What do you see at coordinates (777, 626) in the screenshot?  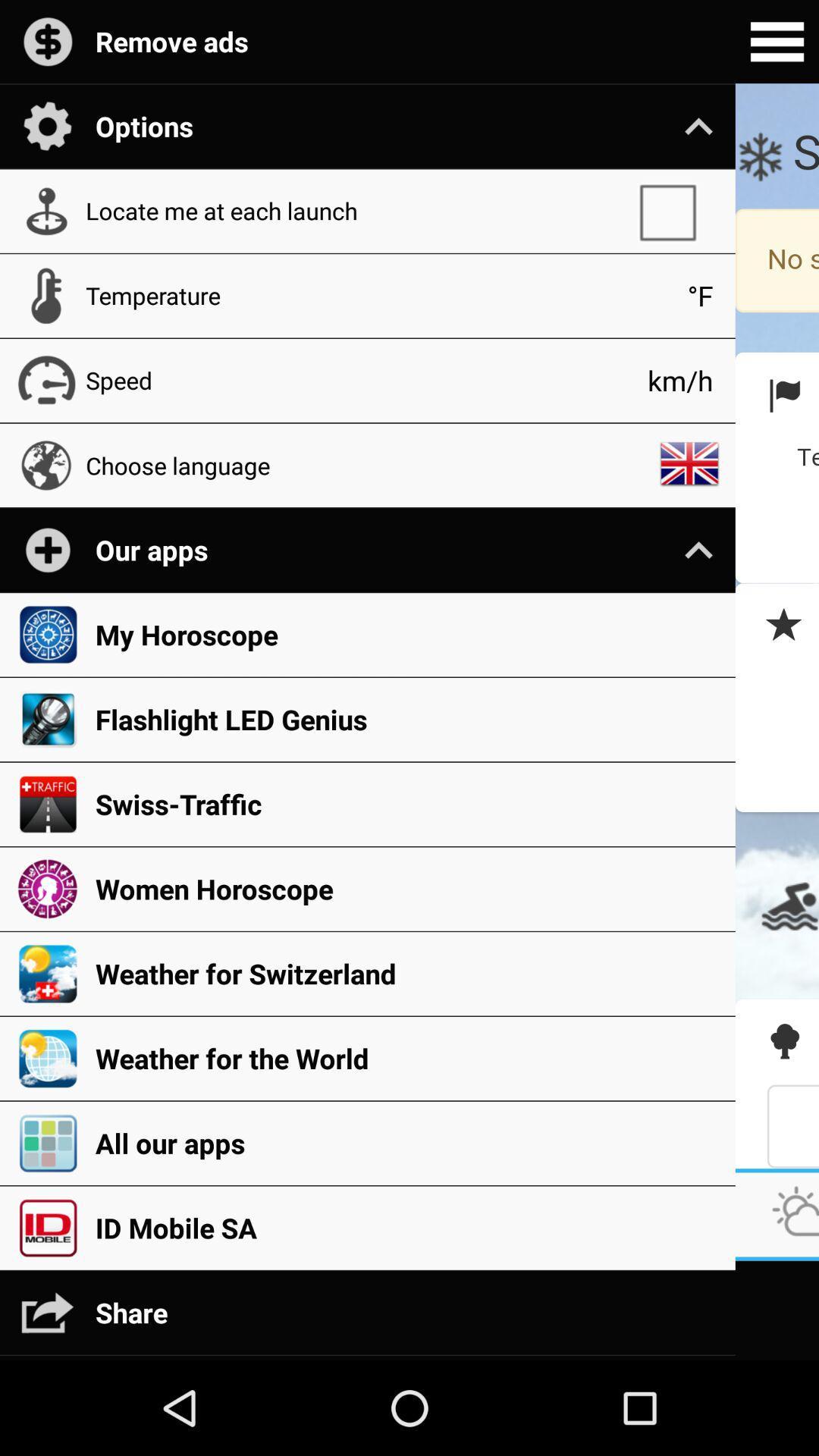 I see `return to app` at bounding box center [777, 626].